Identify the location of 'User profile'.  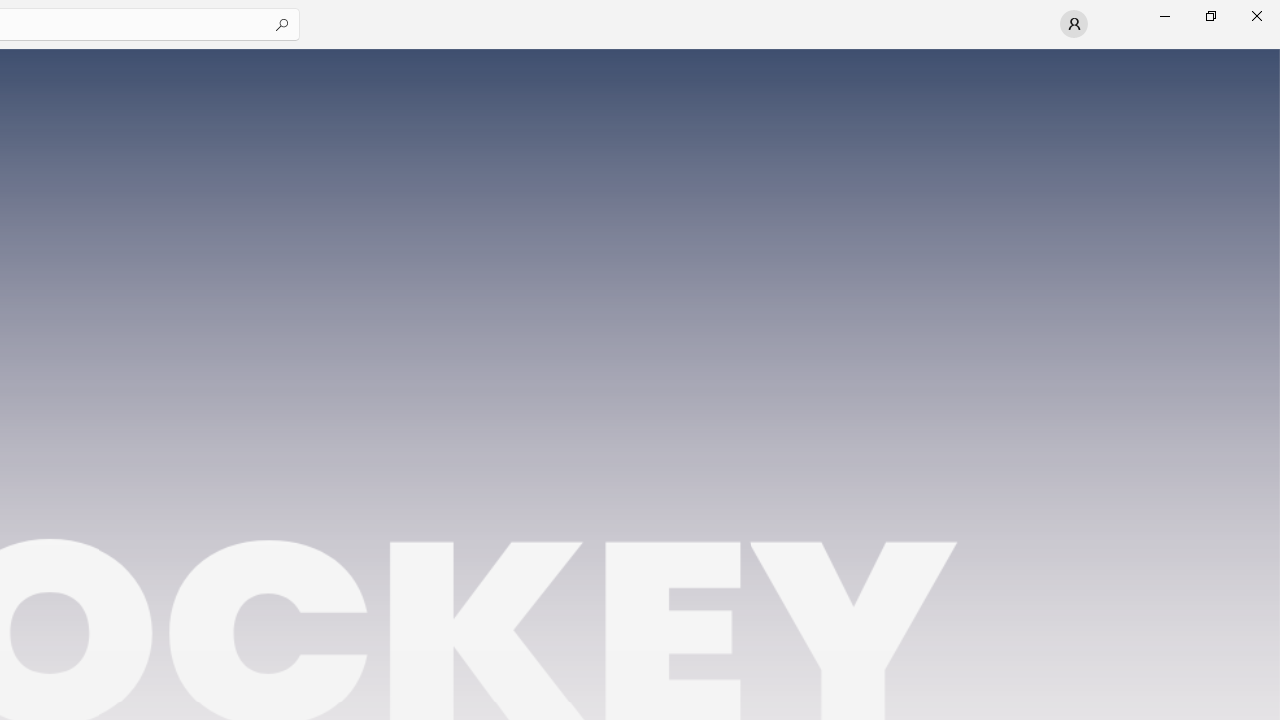
(1072, 24).